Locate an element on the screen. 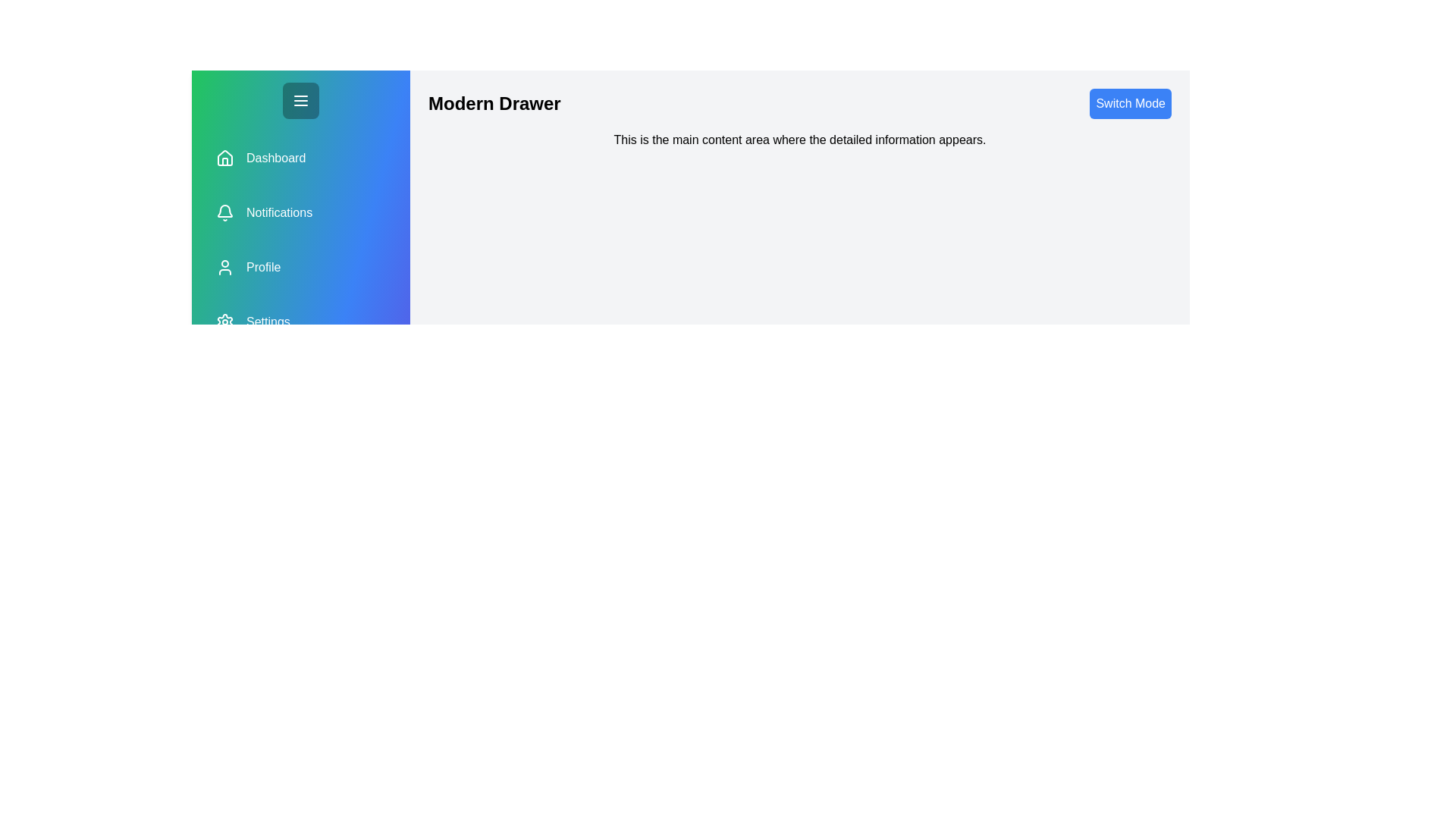 The image size is (1456, 819). the section Profile in the drawer is located at coordinates (301, 267).